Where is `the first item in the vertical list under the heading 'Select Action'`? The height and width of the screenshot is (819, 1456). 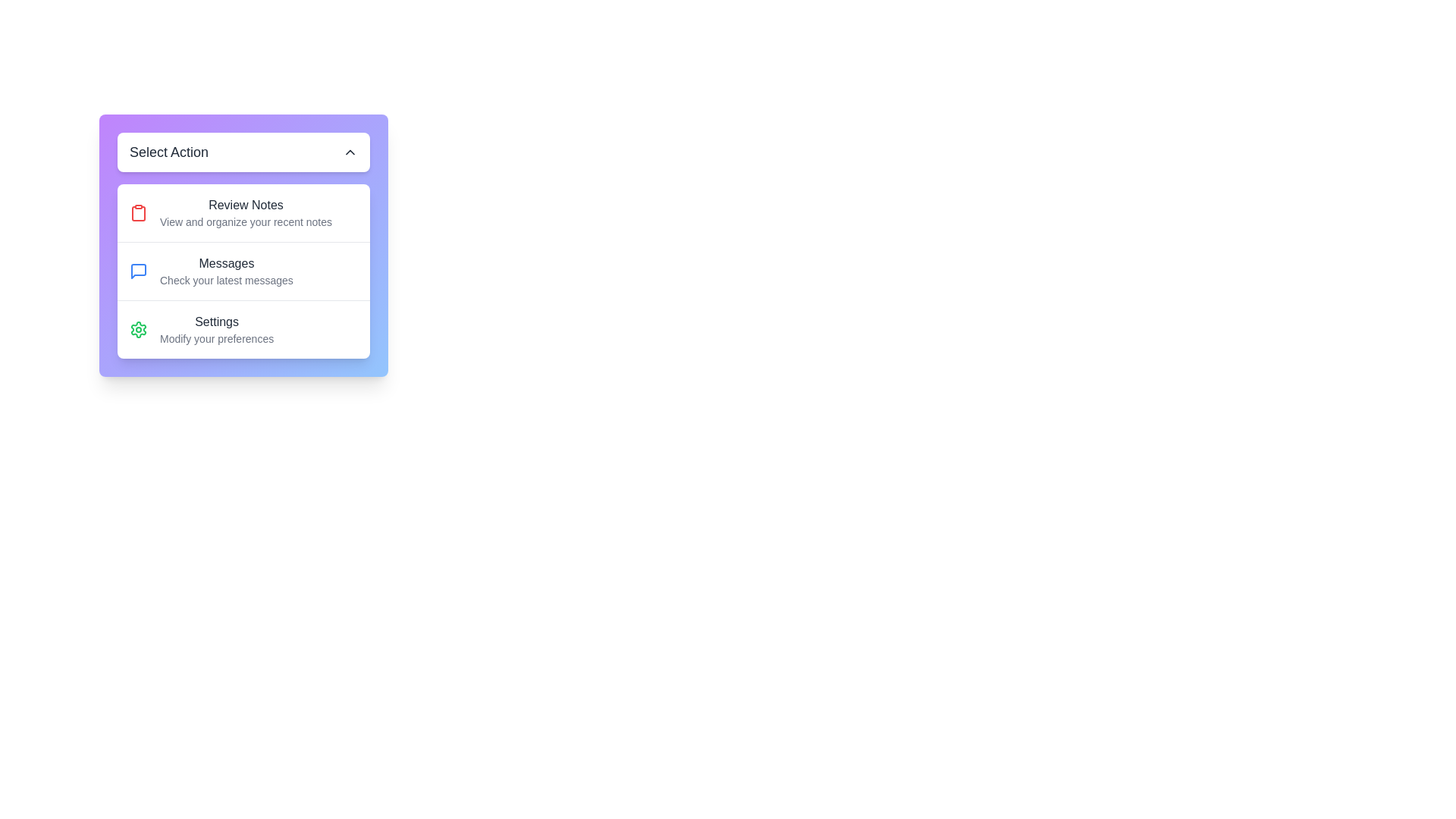
the first item in the vertical list under the heading 'Select Action' is located at coordinates (243, 213).